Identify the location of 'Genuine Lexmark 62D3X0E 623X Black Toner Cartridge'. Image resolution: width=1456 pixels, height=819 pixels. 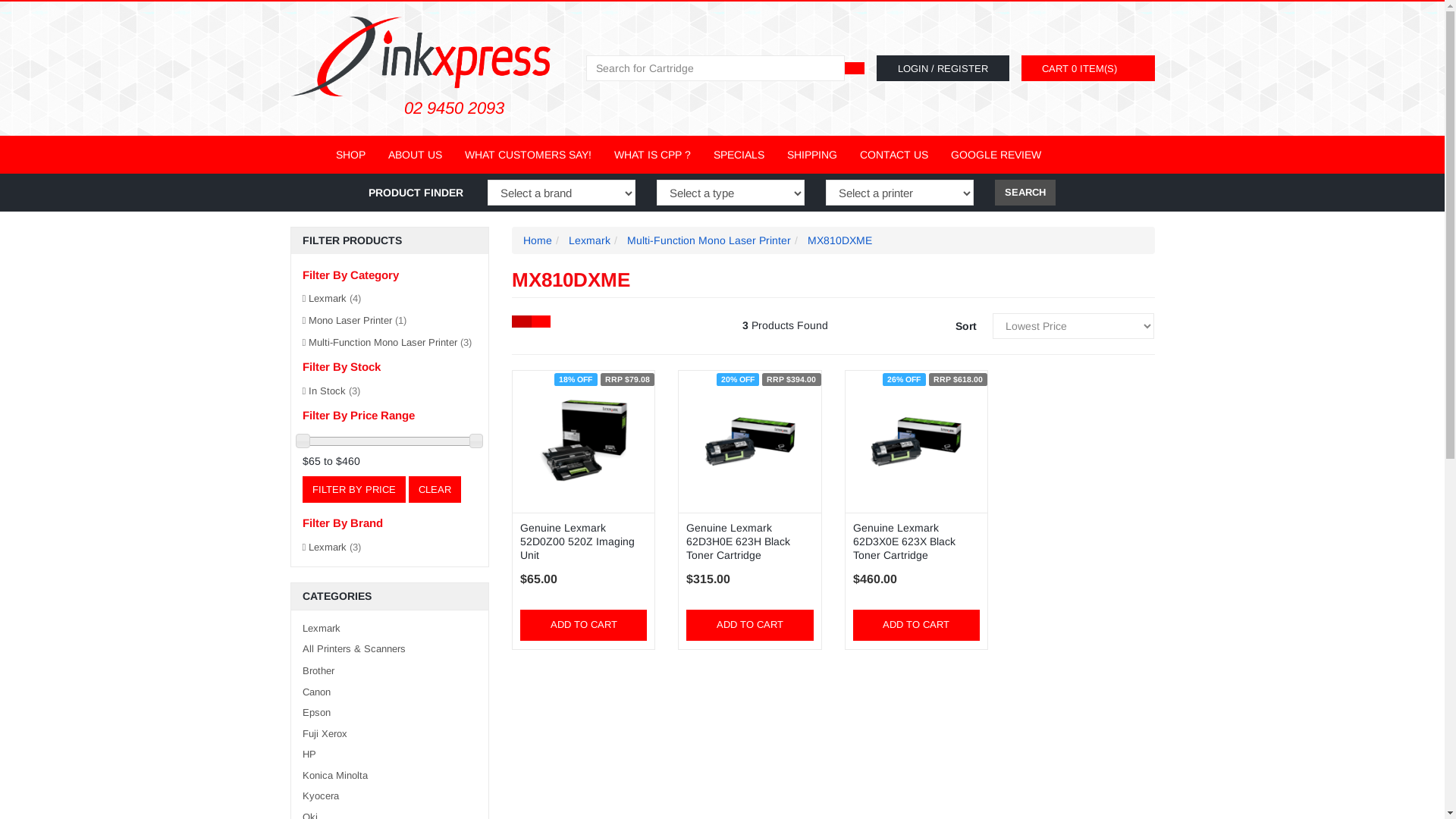
(904, 540).